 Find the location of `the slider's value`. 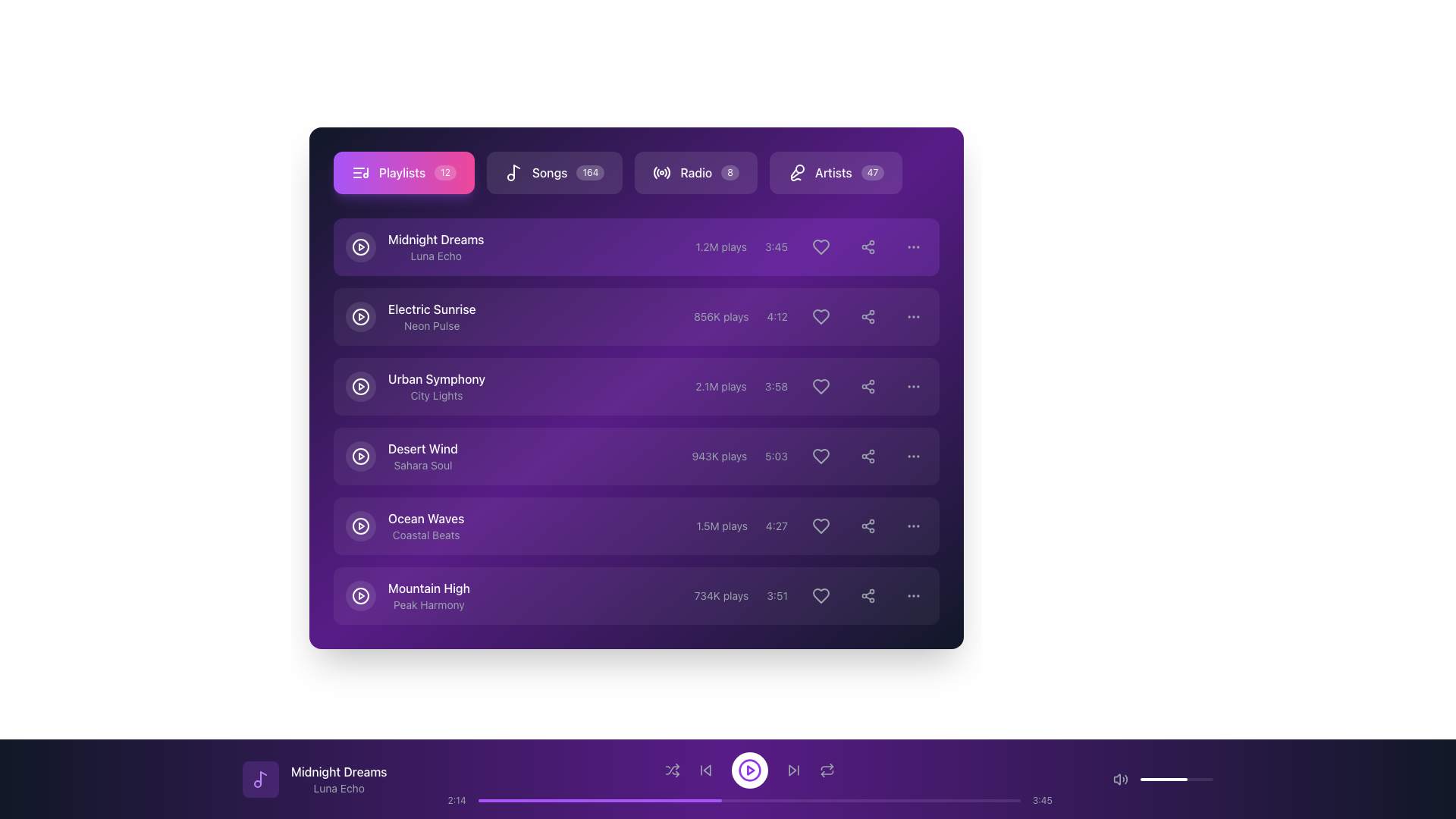

the slider's value is located at coordinates (1206, 780).